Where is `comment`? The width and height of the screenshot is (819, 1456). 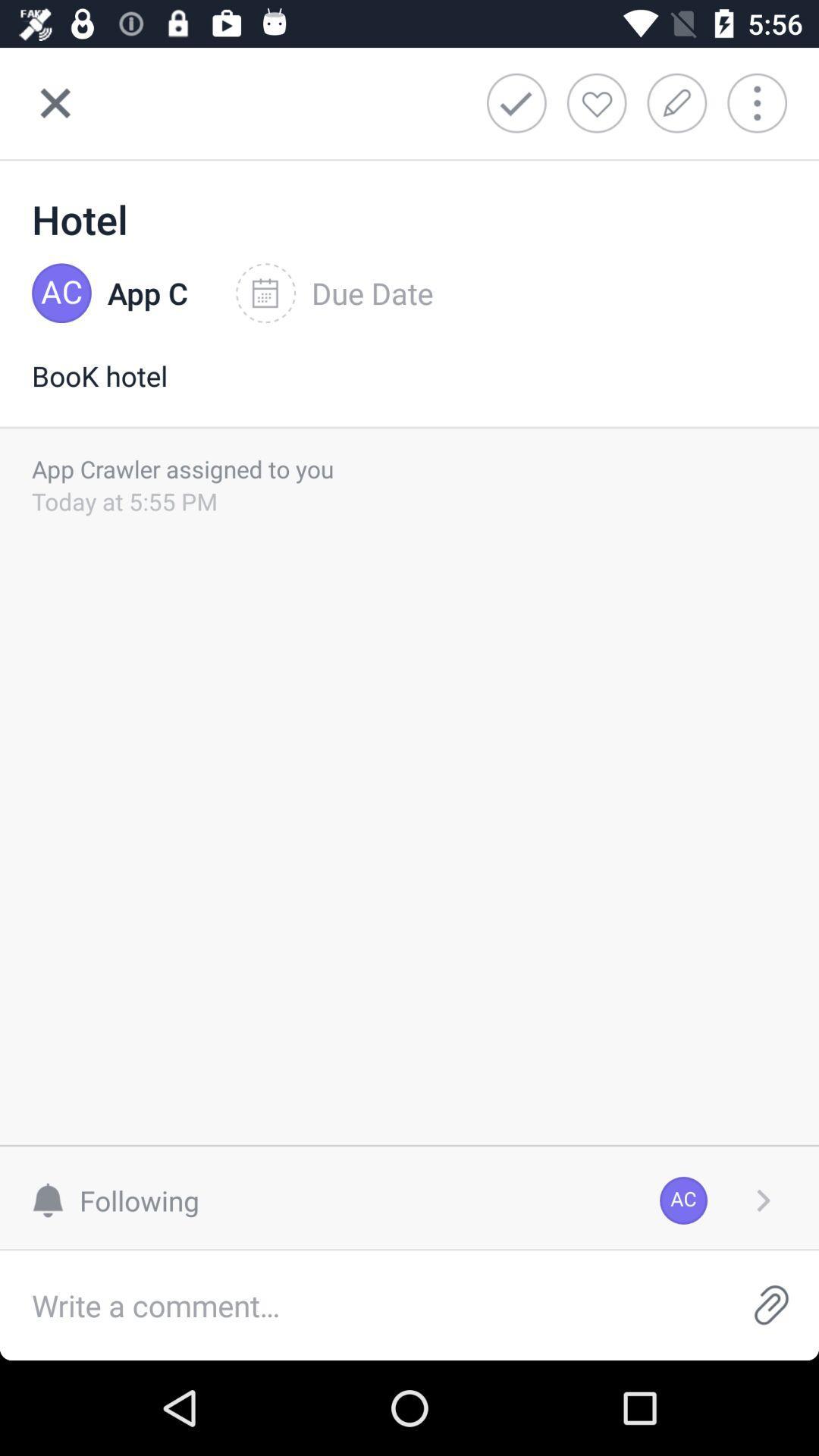
comment is located at coordinates (362, 1304).